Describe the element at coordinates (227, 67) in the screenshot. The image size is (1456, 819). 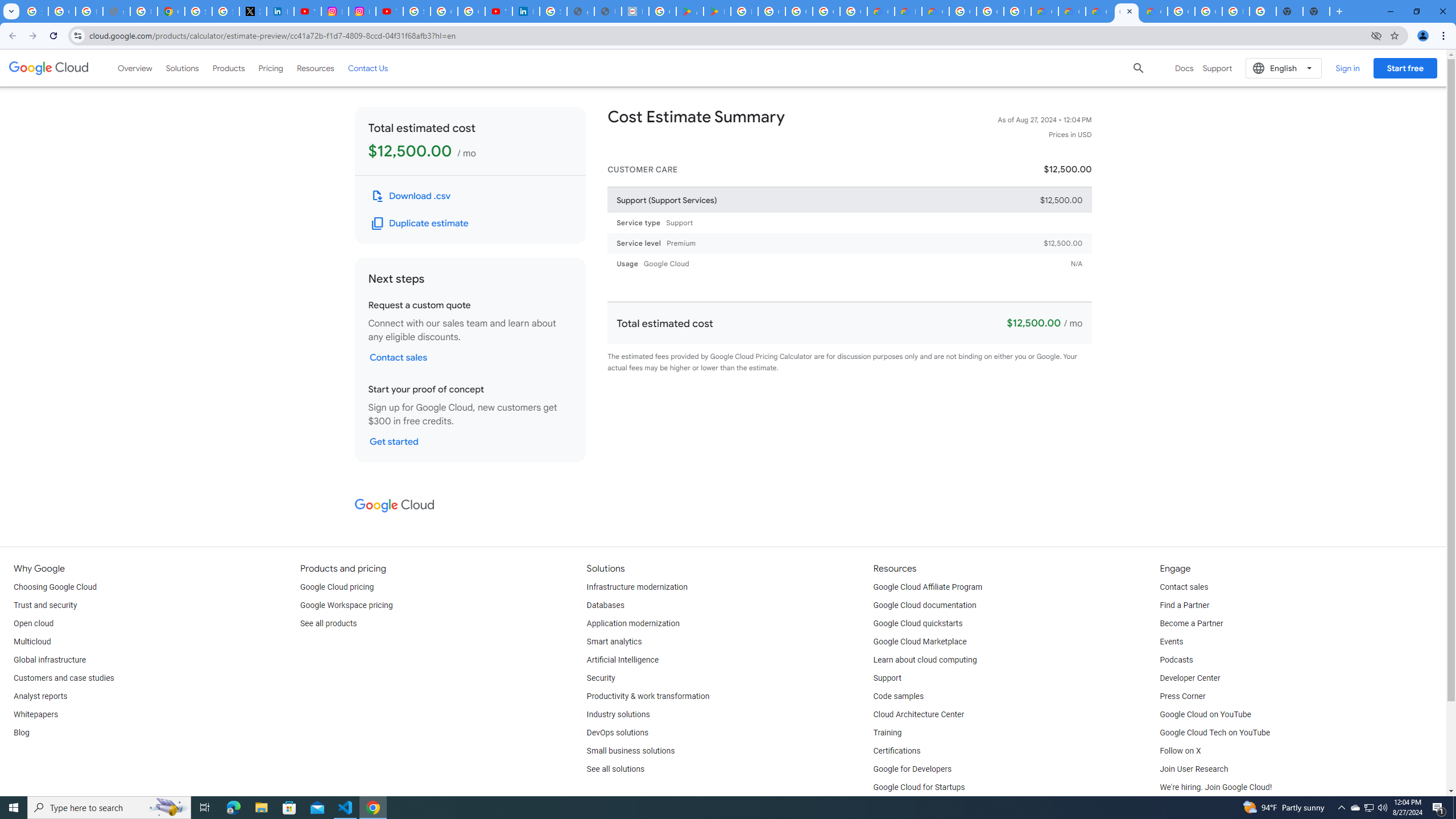
I see `'Products'` at that location.